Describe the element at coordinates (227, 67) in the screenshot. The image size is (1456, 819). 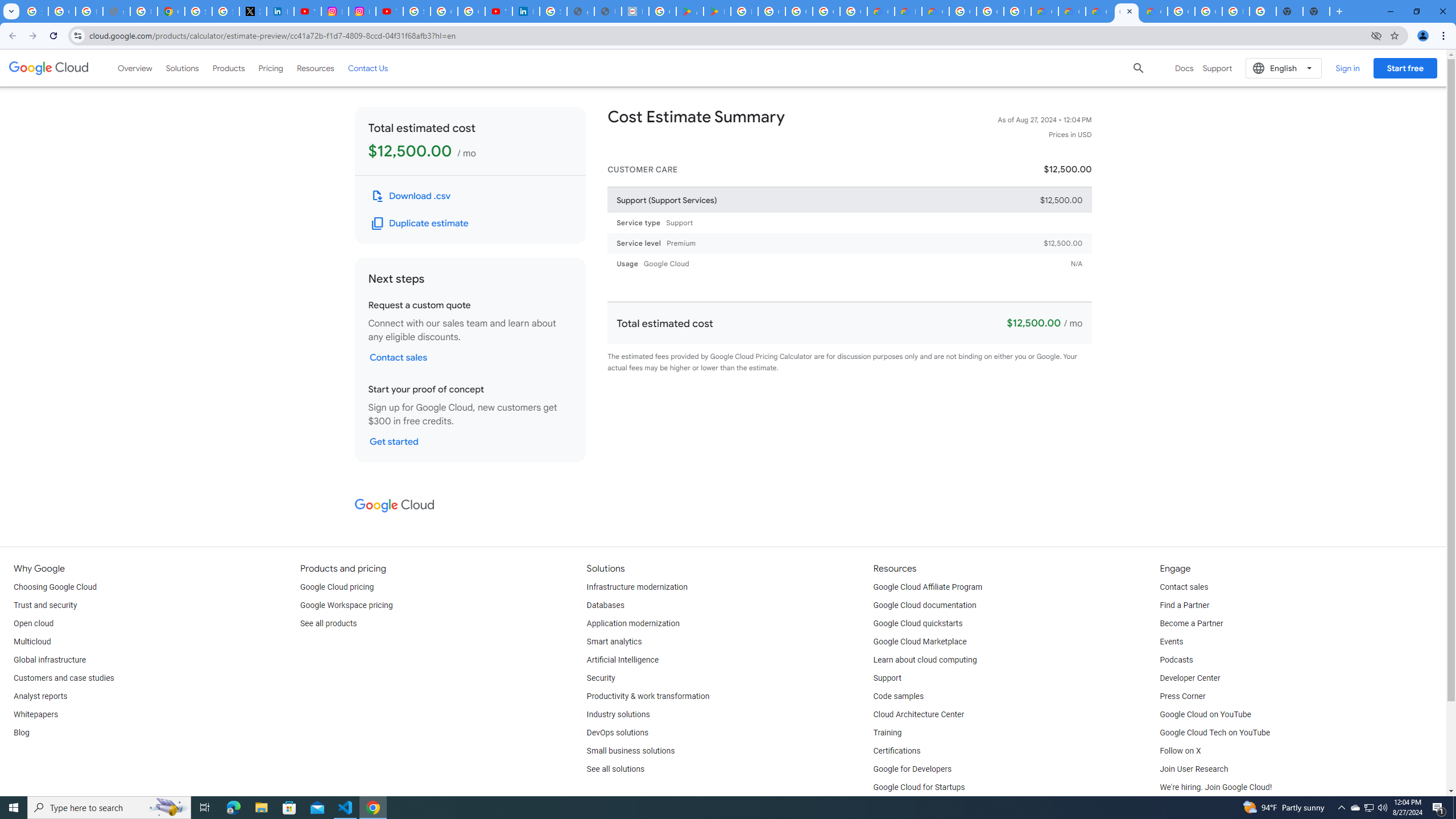
I see `'Products'` at that location.